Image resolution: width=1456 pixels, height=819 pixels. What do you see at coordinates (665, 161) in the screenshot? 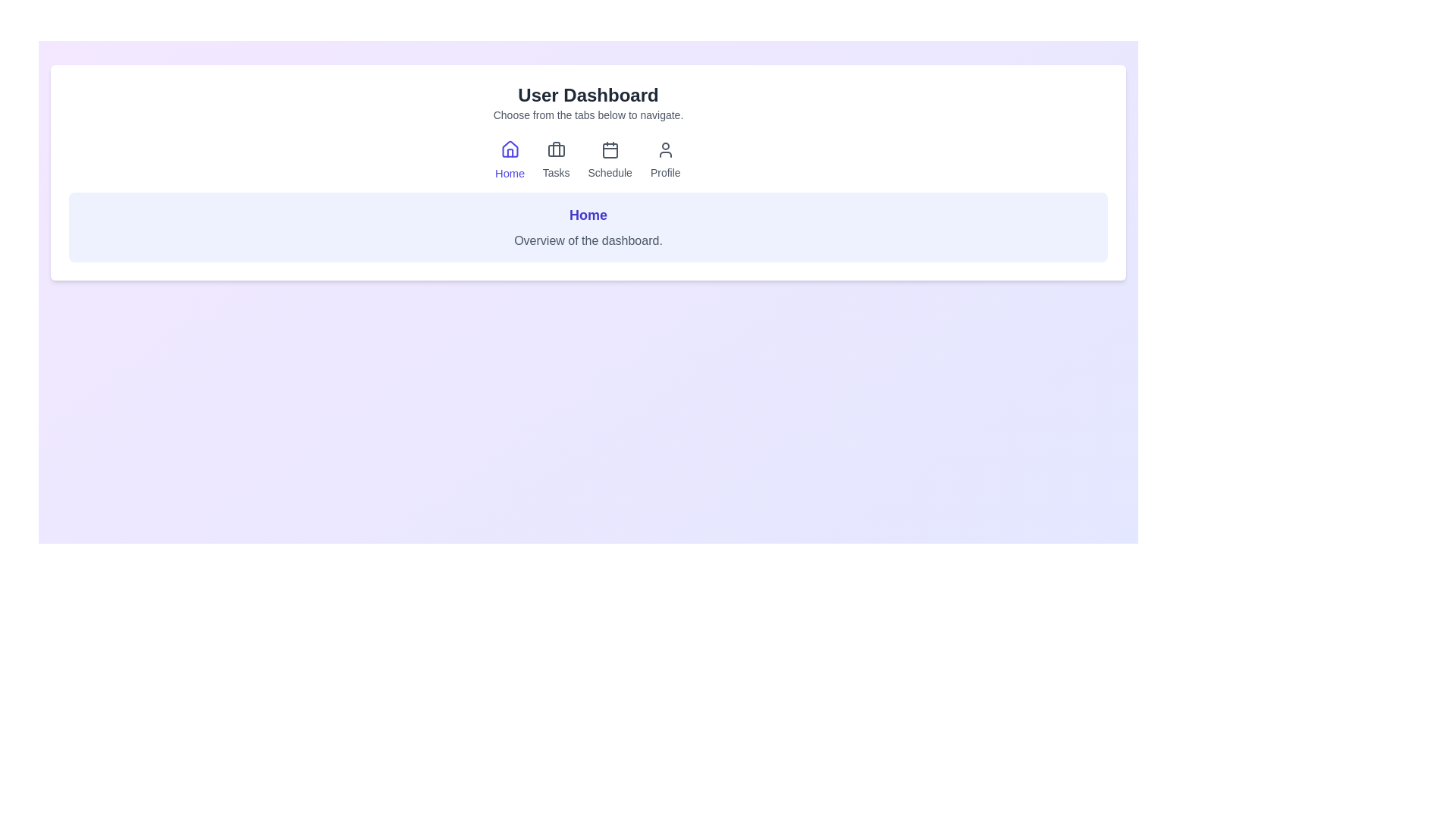
I see `the 'Profile' button, which features a user profile icon and is the fourth option in the navigation menu` at bounding box center [665, 161].